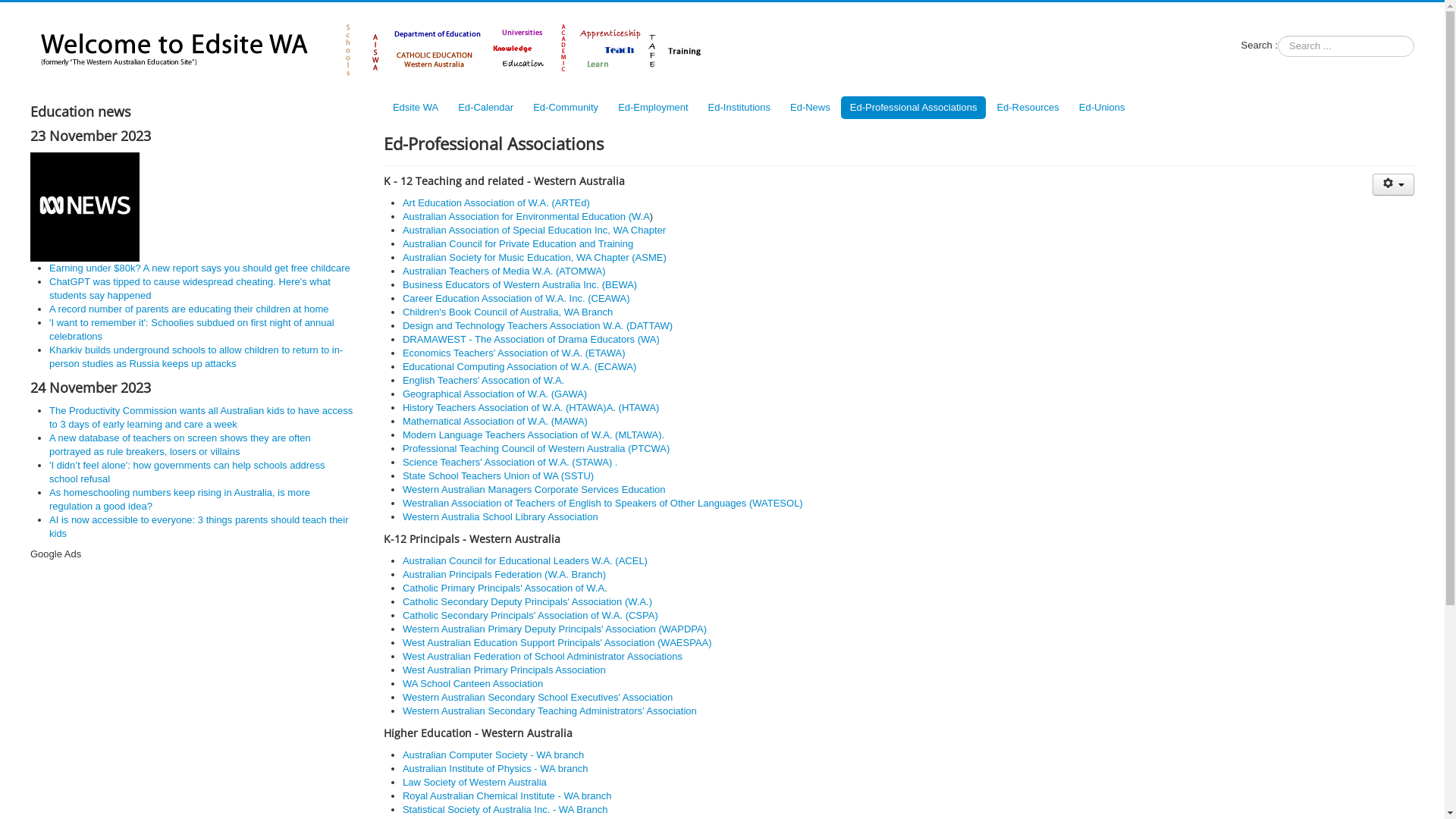  Describe the element at coordinates (1027, 107) in the screenshot. I see `'Ed-Resources'` at that location.